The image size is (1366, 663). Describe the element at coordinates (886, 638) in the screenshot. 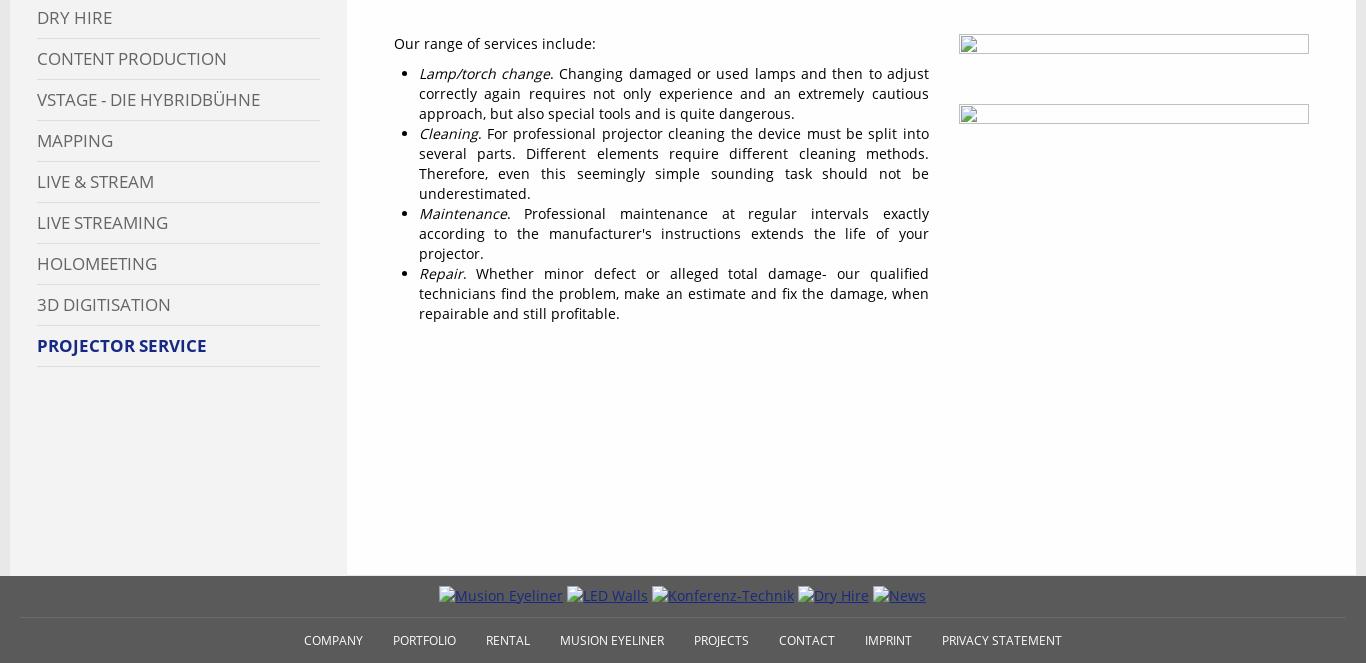

I see `'Imprint'` at that location.